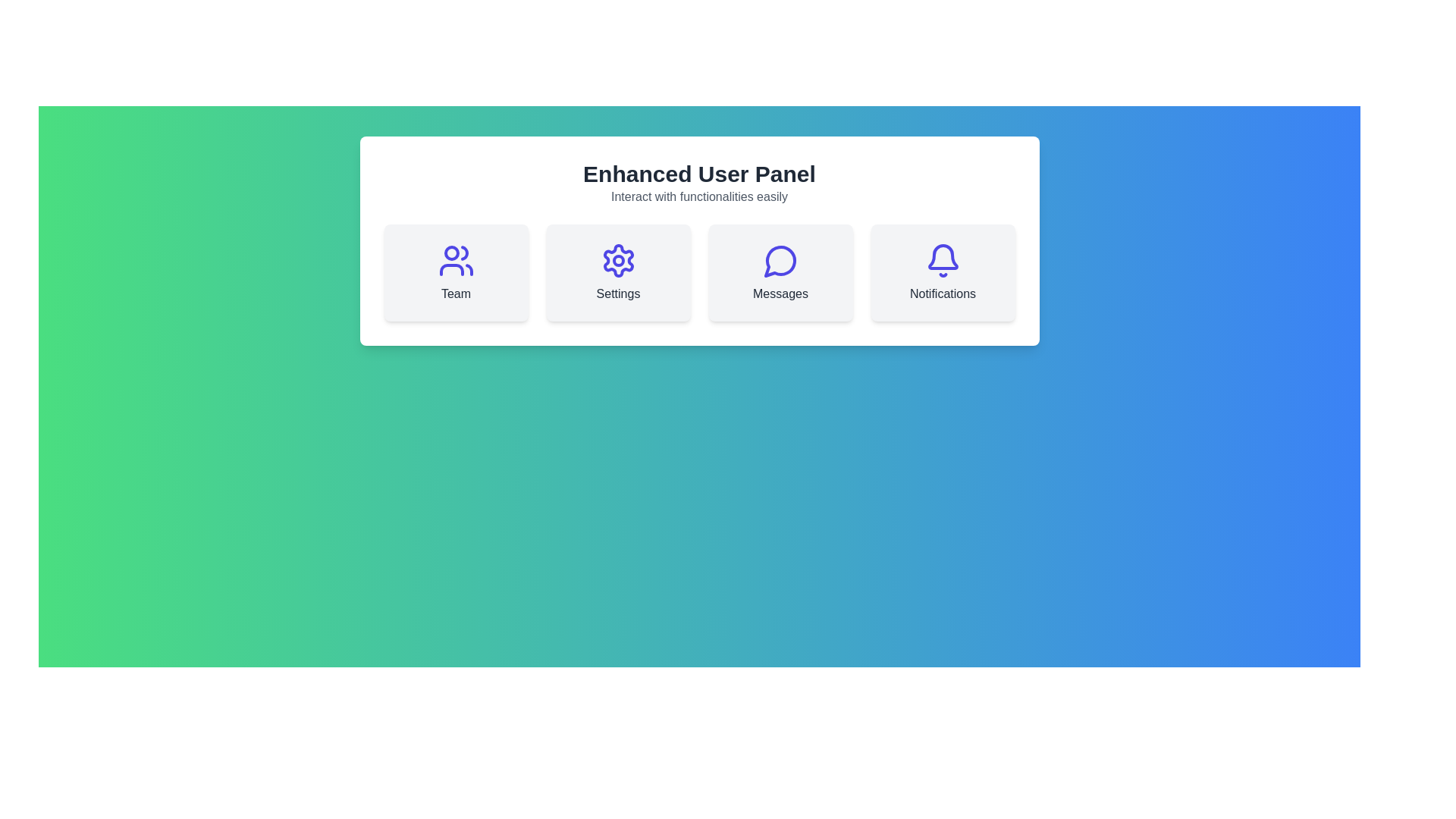 The image size is (1456, 819). What do you see at coordinates (455, 259) in the screenshot?
I see `the indigo group of people icon located in the first card above the 'Team' label` at bounding box center [455, 259].